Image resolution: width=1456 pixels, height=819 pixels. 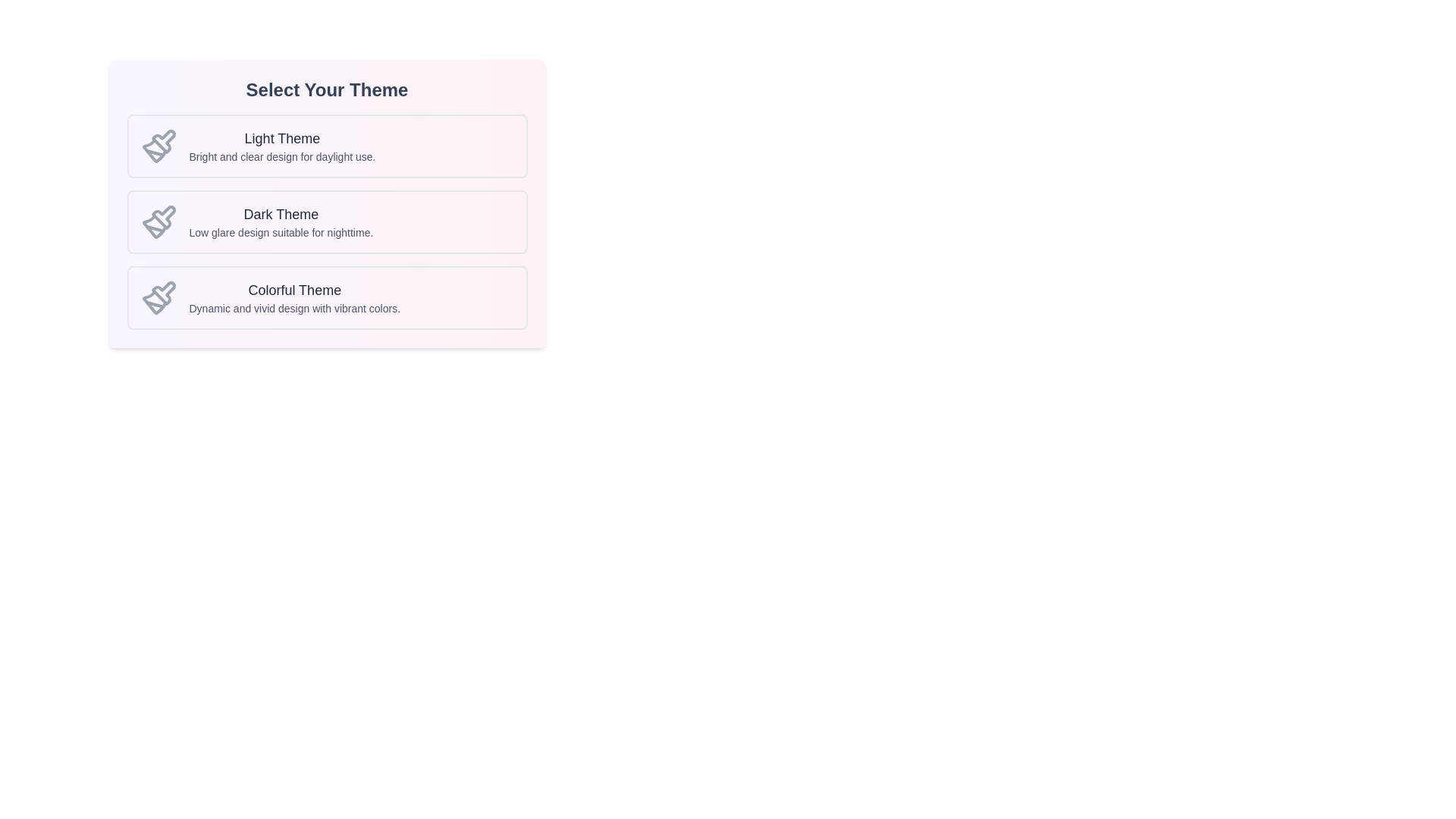 I want to click on the second button in the vertical list under the 'Select Your Theme' header, so click(x=326, y=222).